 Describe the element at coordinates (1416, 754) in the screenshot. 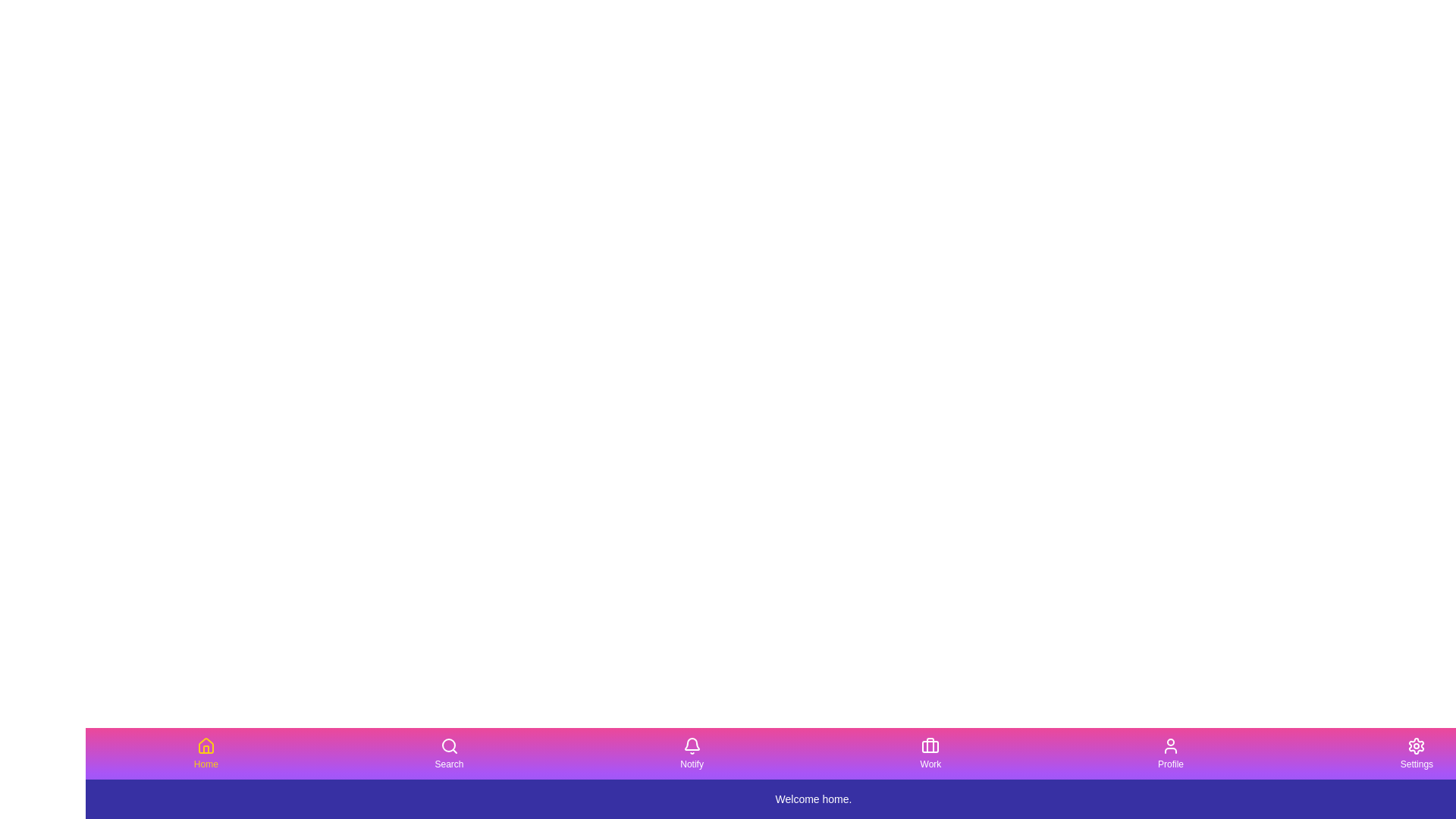

I see `the Settings button` at that location.